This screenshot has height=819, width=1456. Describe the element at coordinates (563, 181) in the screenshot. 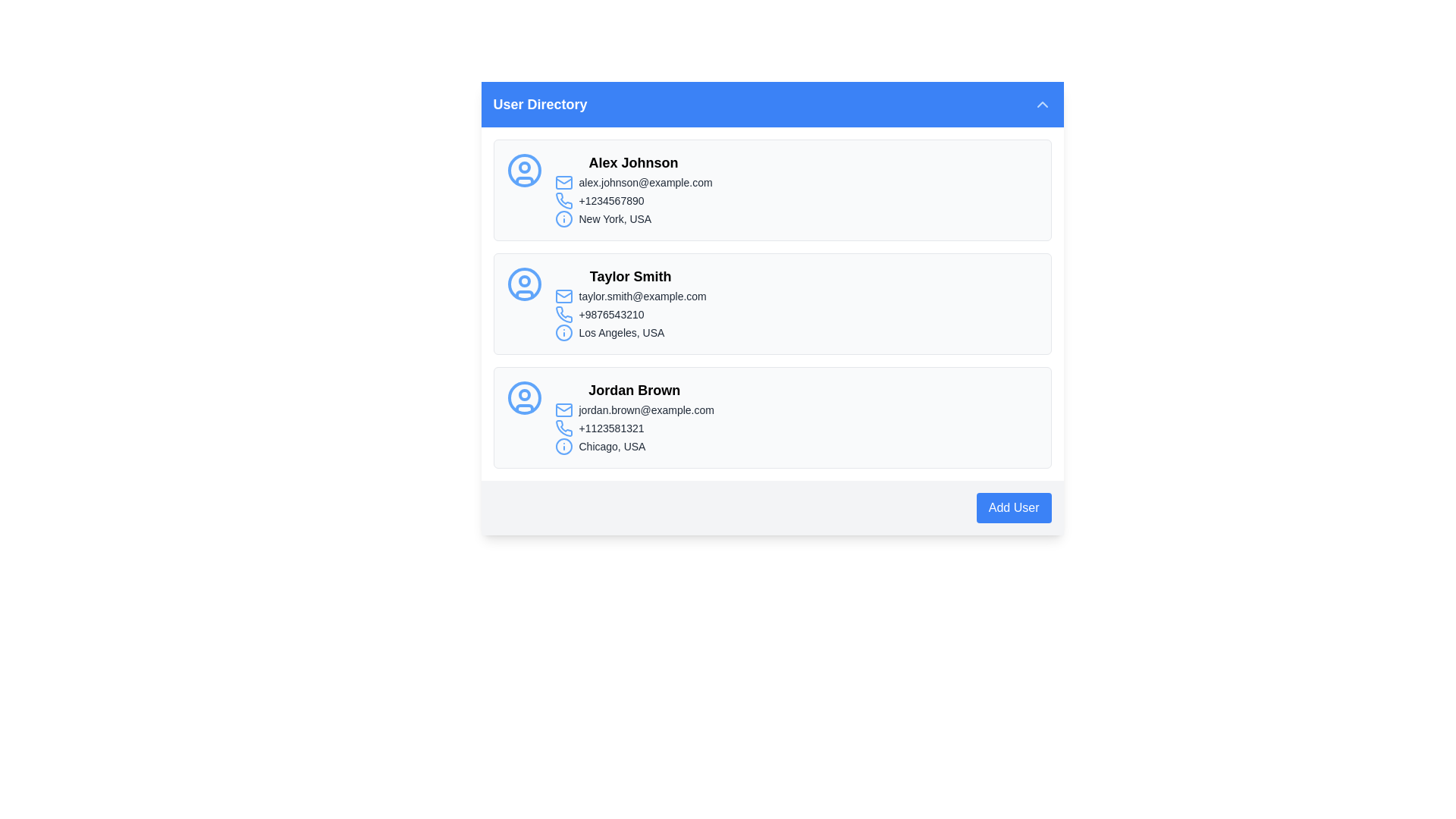

I see `the envelope icon representing email, located to the left of the email address 'alex.johnson@example.com'` at that location.